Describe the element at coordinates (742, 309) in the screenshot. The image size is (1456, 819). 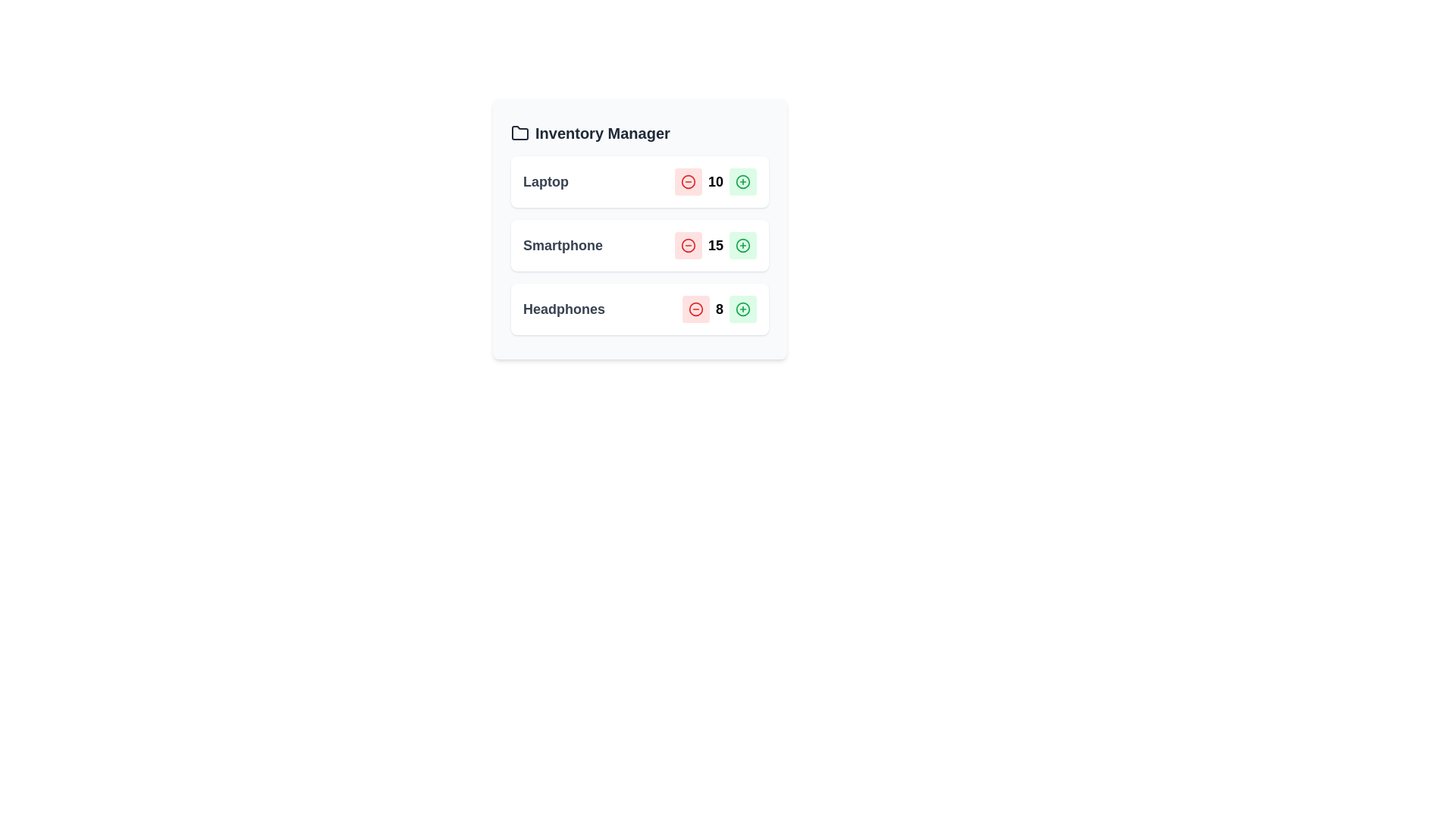
I see `plus button for the Headphones item` at that location.